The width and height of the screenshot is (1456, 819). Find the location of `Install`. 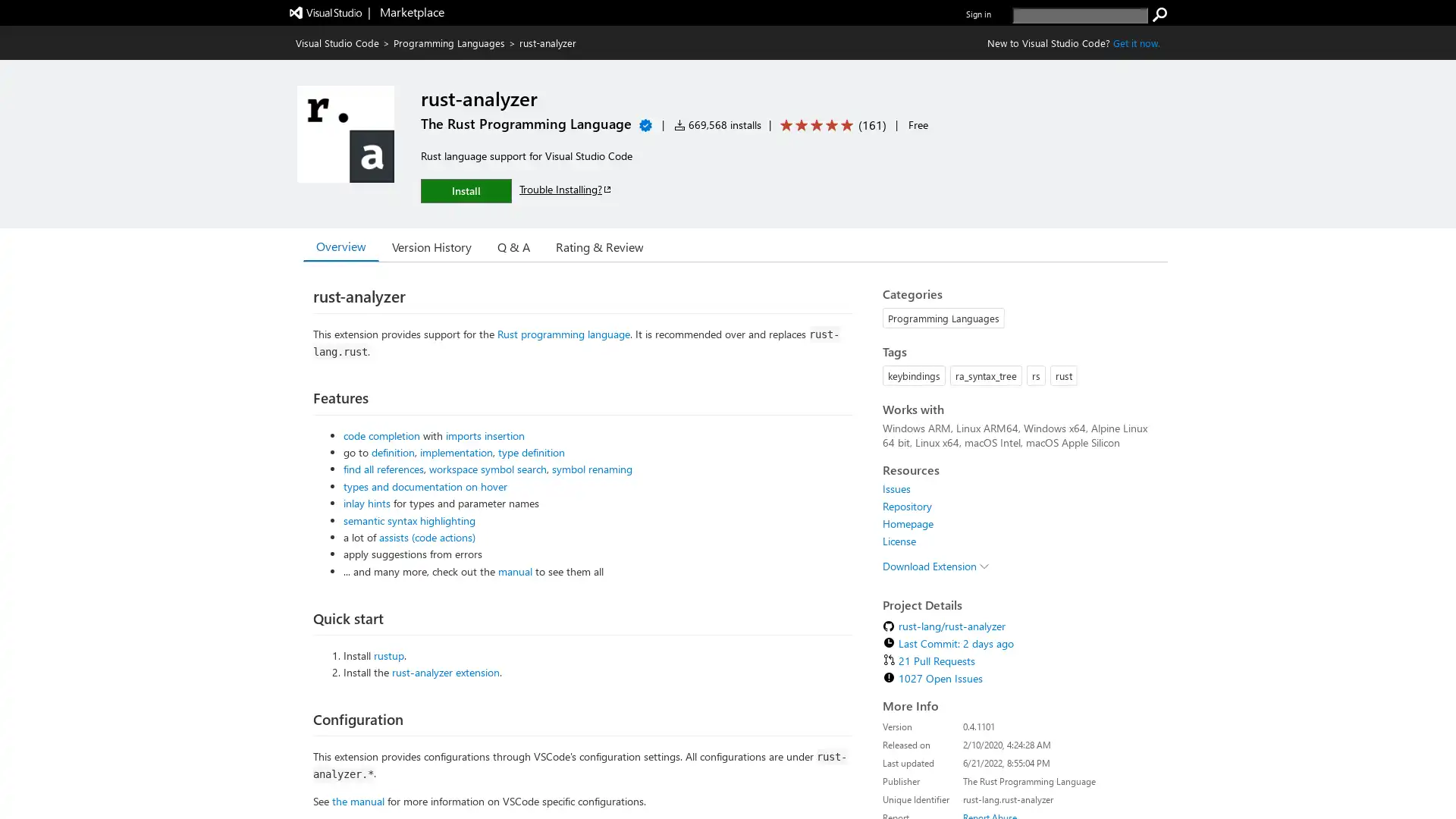

Install is located at coordinates (465, 190).